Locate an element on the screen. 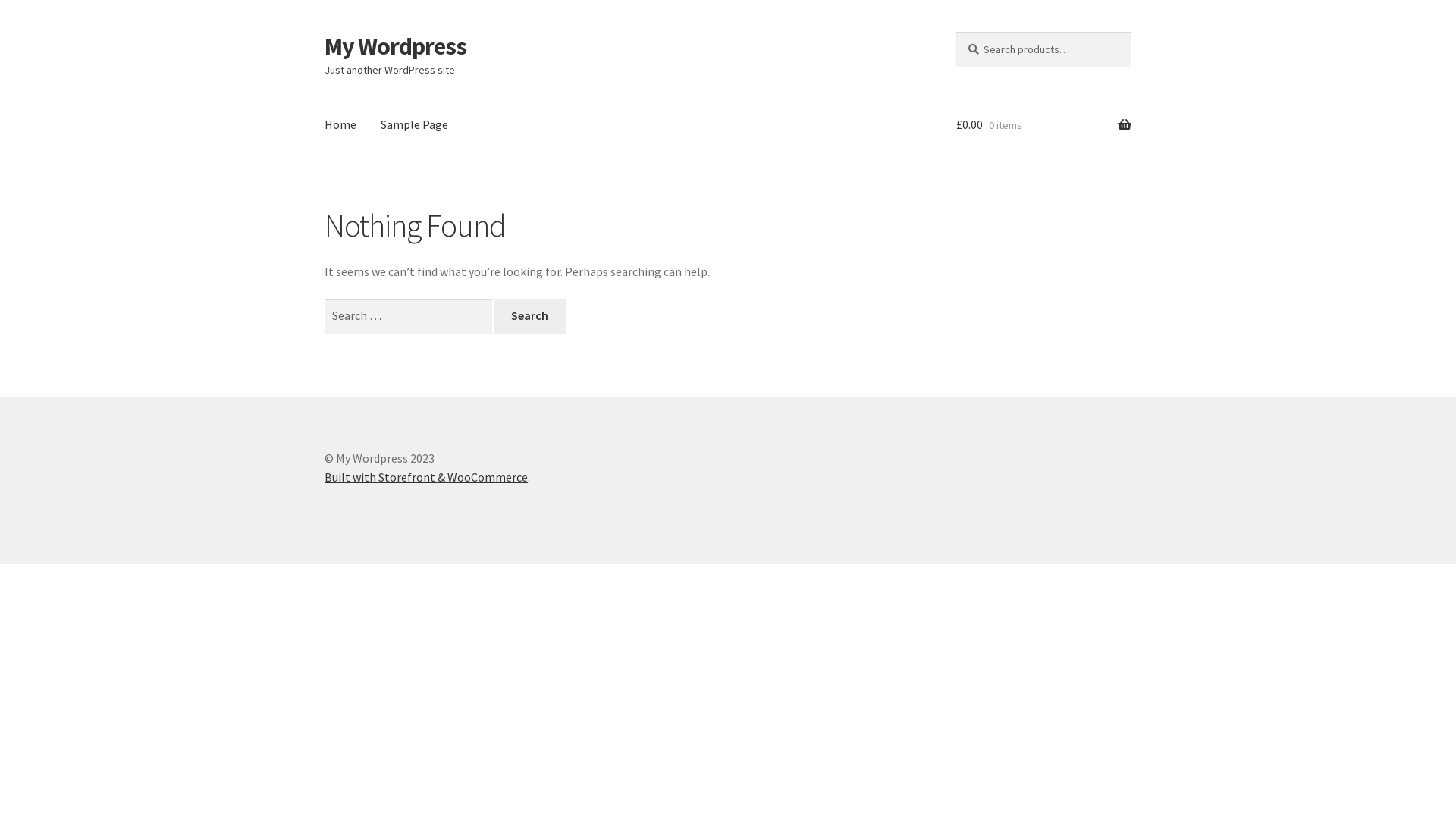 The width and height of the screenshot is (1456, 819). 'Built with Storefront & WooCommerce' is located at coordinates (425, 475).